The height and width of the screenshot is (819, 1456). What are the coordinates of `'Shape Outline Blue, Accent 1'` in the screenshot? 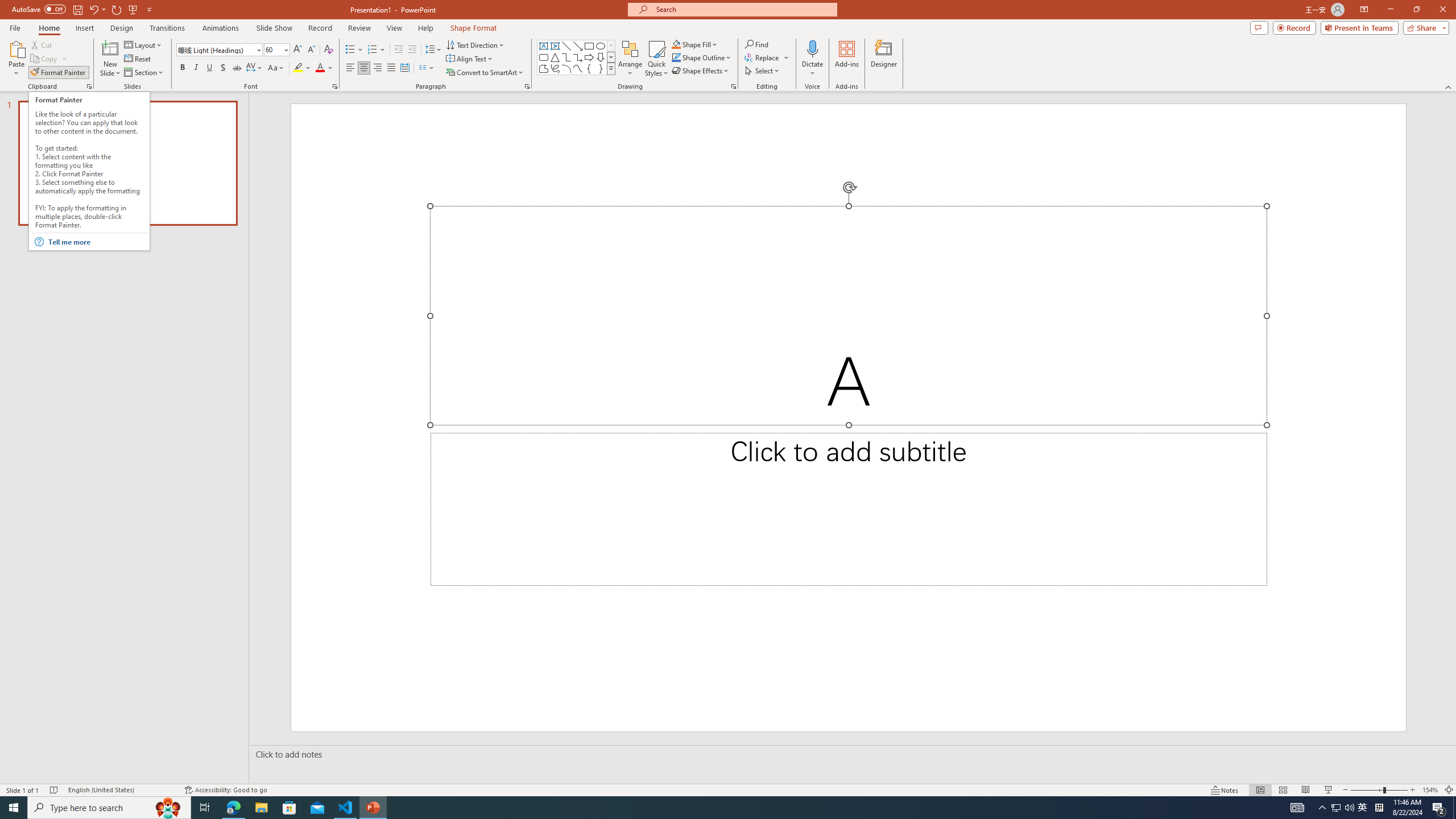 It's located at (676, 56).